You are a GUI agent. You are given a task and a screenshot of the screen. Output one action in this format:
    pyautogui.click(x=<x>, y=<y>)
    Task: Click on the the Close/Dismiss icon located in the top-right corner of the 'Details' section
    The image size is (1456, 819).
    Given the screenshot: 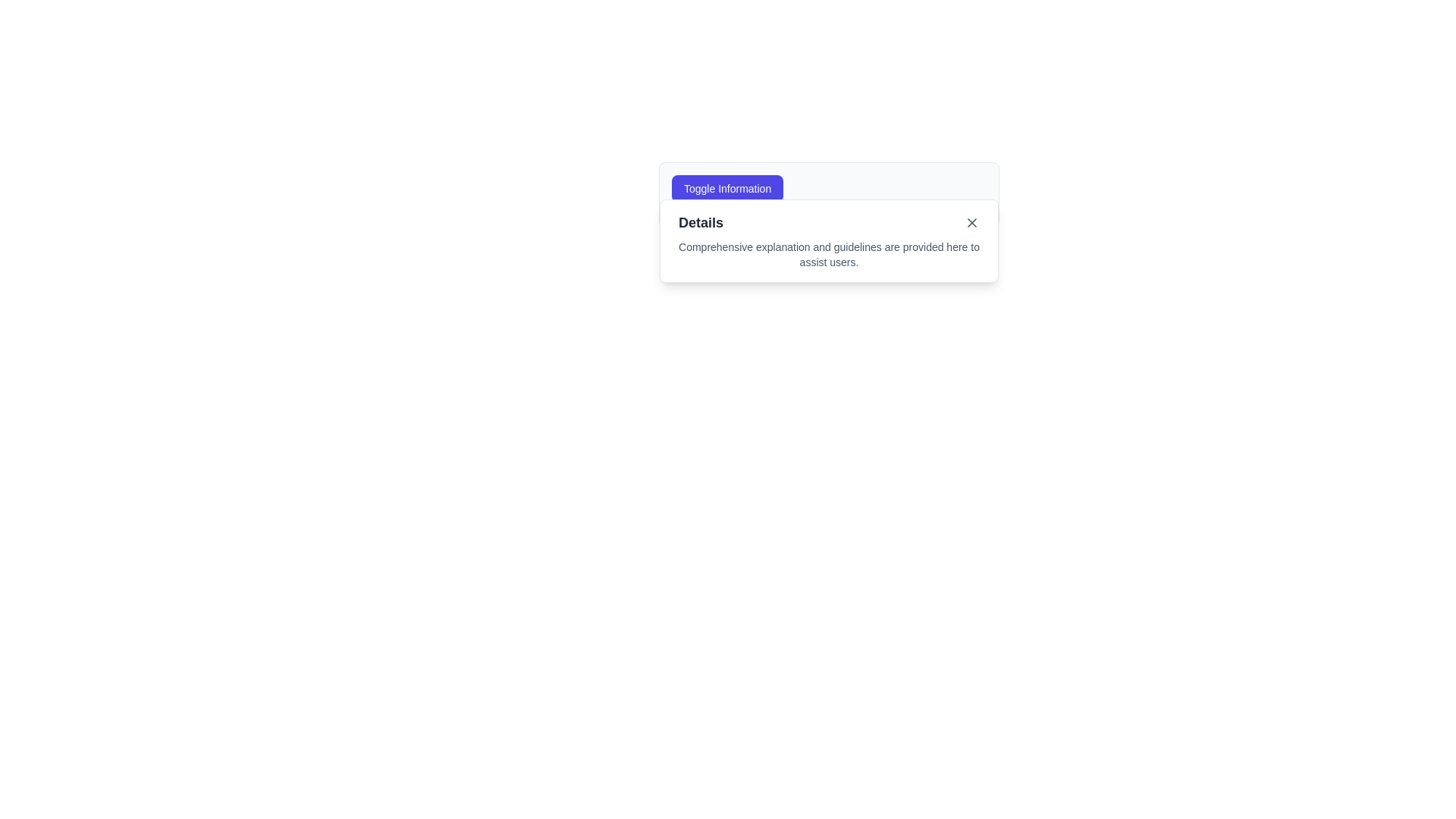 What is the action you would take?
    pyautogui.click(x=971, y=222)
    